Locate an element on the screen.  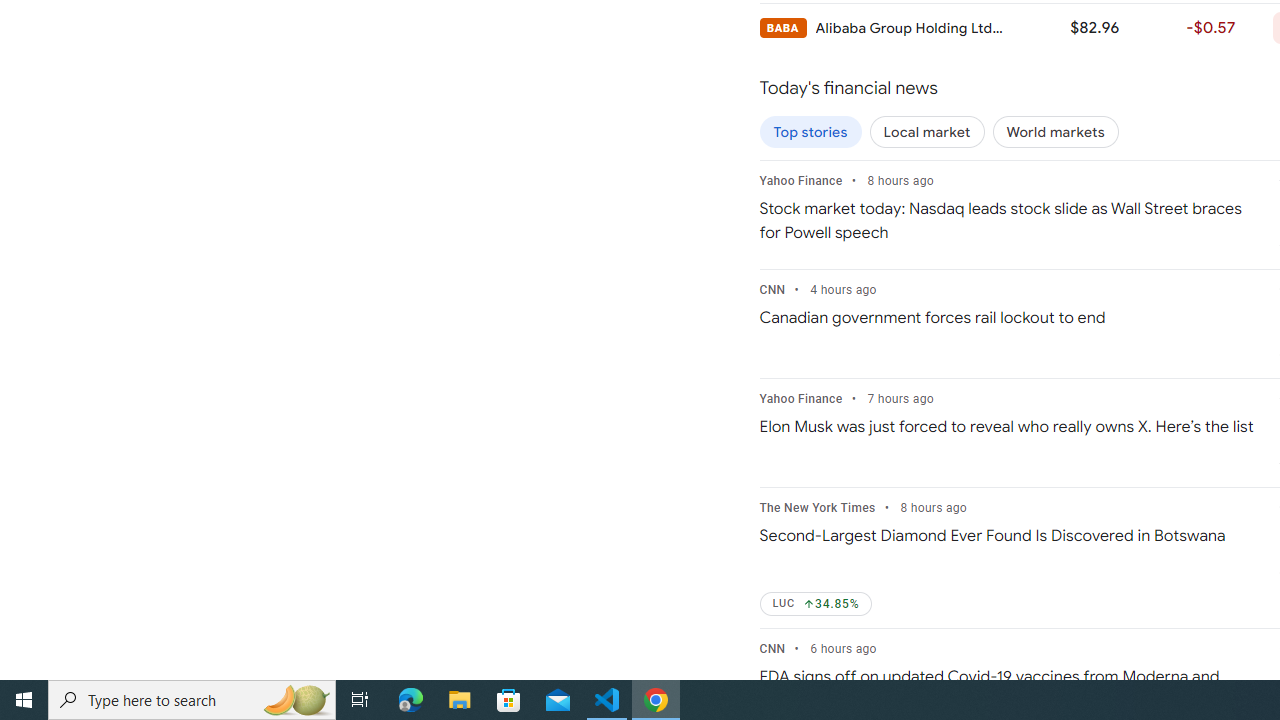
'LUC Up by 34.85%' is located at coordinates (816, 603).